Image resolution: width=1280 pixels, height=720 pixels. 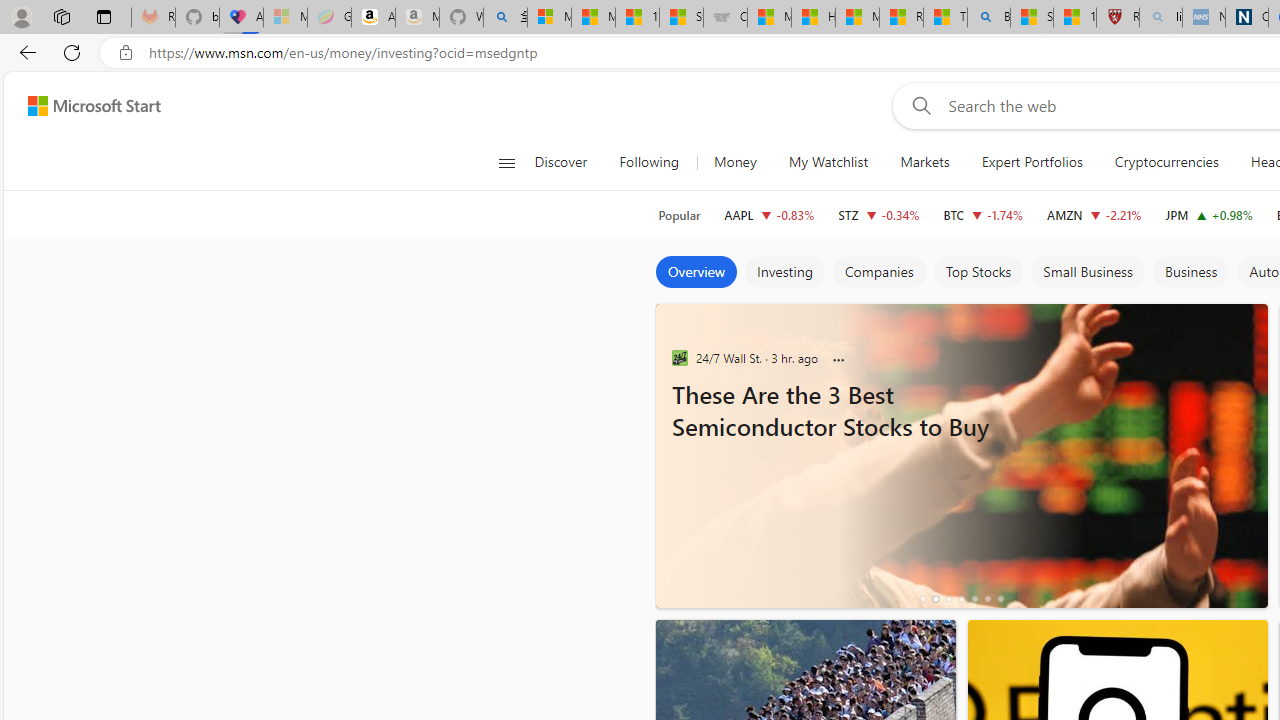 I want to click on 'Companies', so click(x=878, y=272).